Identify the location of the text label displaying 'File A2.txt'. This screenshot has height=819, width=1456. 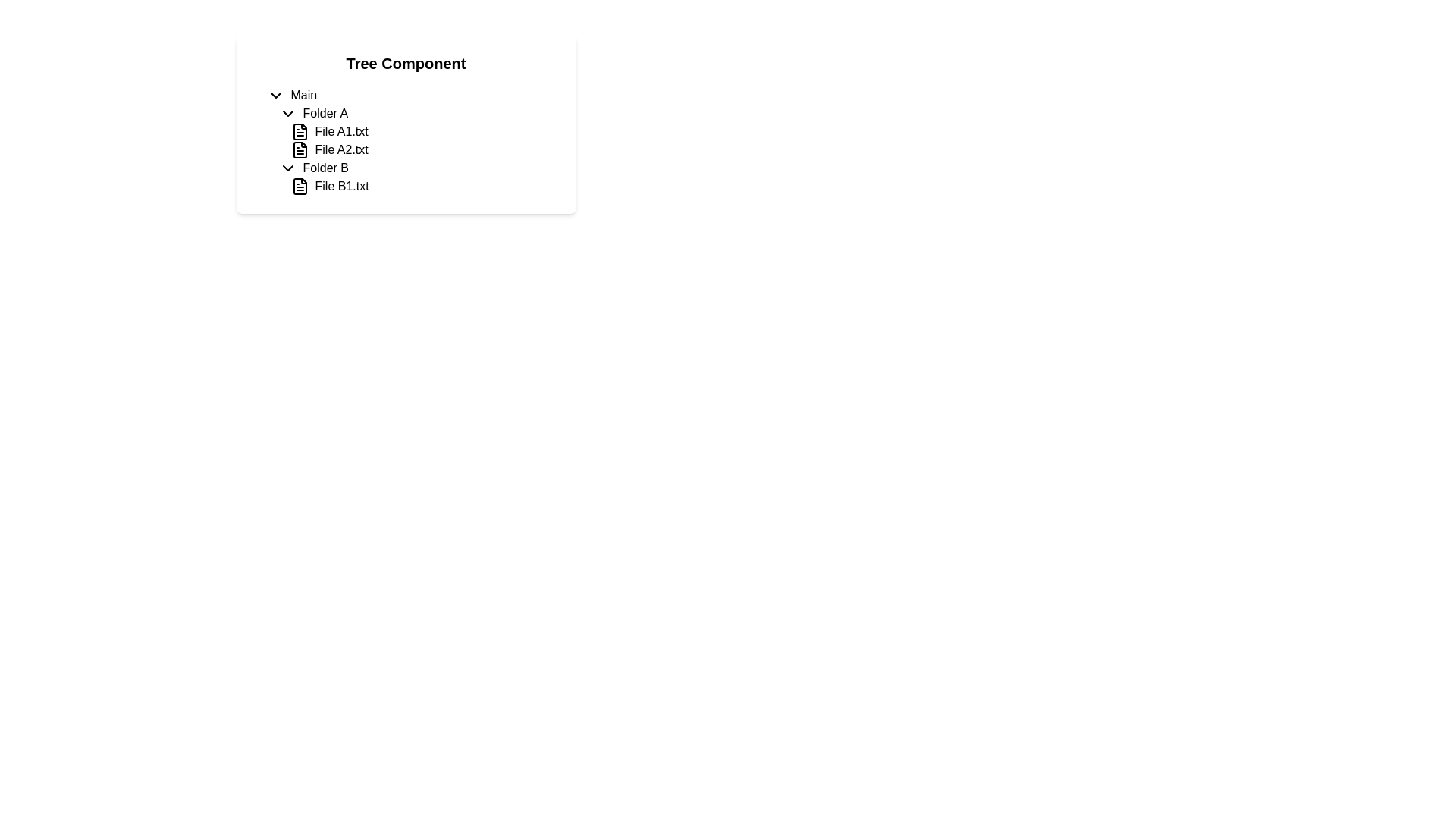
(340, 149).